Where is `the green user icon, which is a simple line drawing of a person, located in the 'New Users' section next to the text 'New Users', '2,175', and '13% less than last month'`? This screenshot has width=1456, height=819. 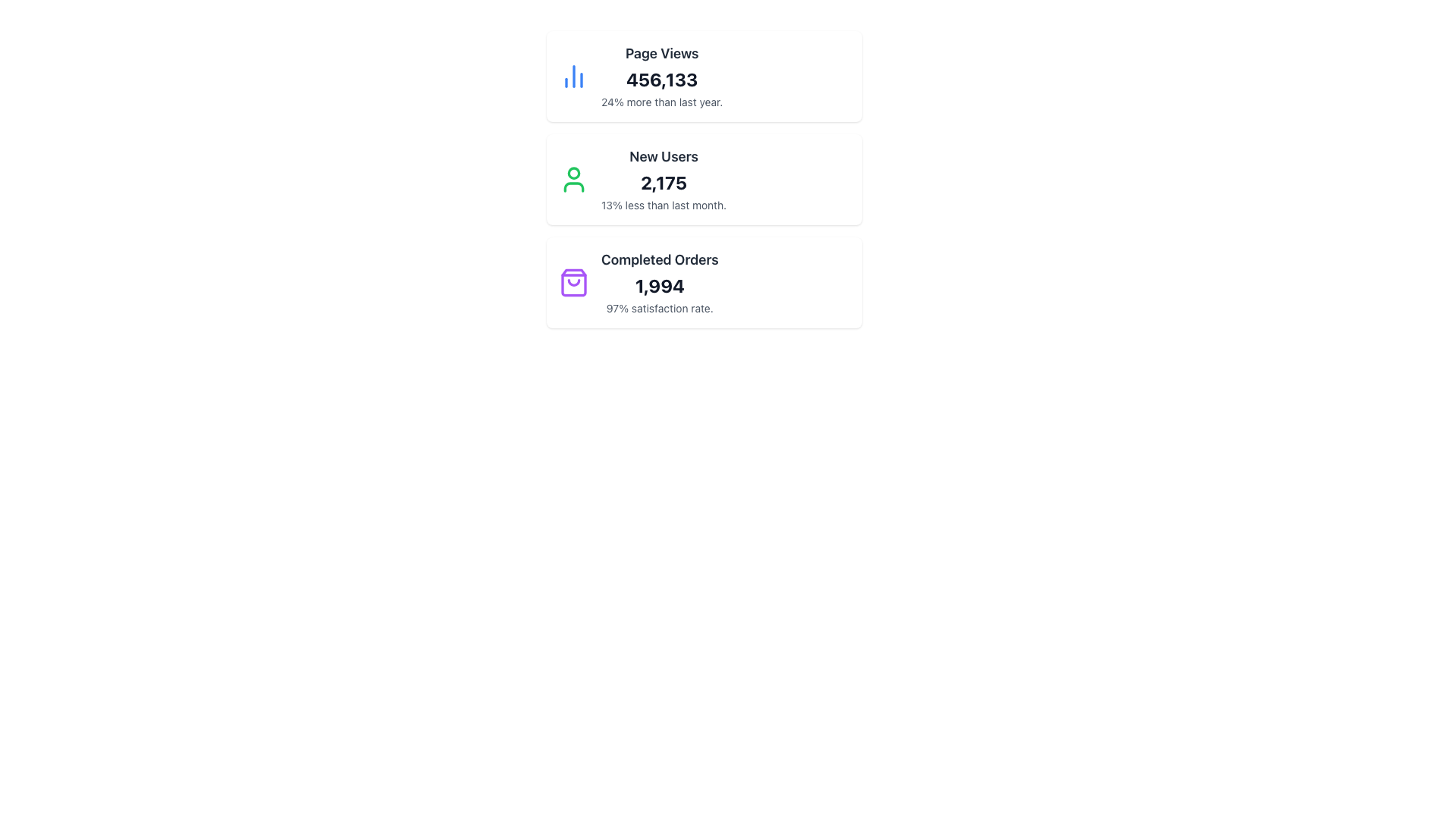 the green user icon, which is a simple line drawing of a person, located in the 'New Users' section next to the text 'New Users', '2,175', and '13% less than last month' is located at coordinates (573, 178).